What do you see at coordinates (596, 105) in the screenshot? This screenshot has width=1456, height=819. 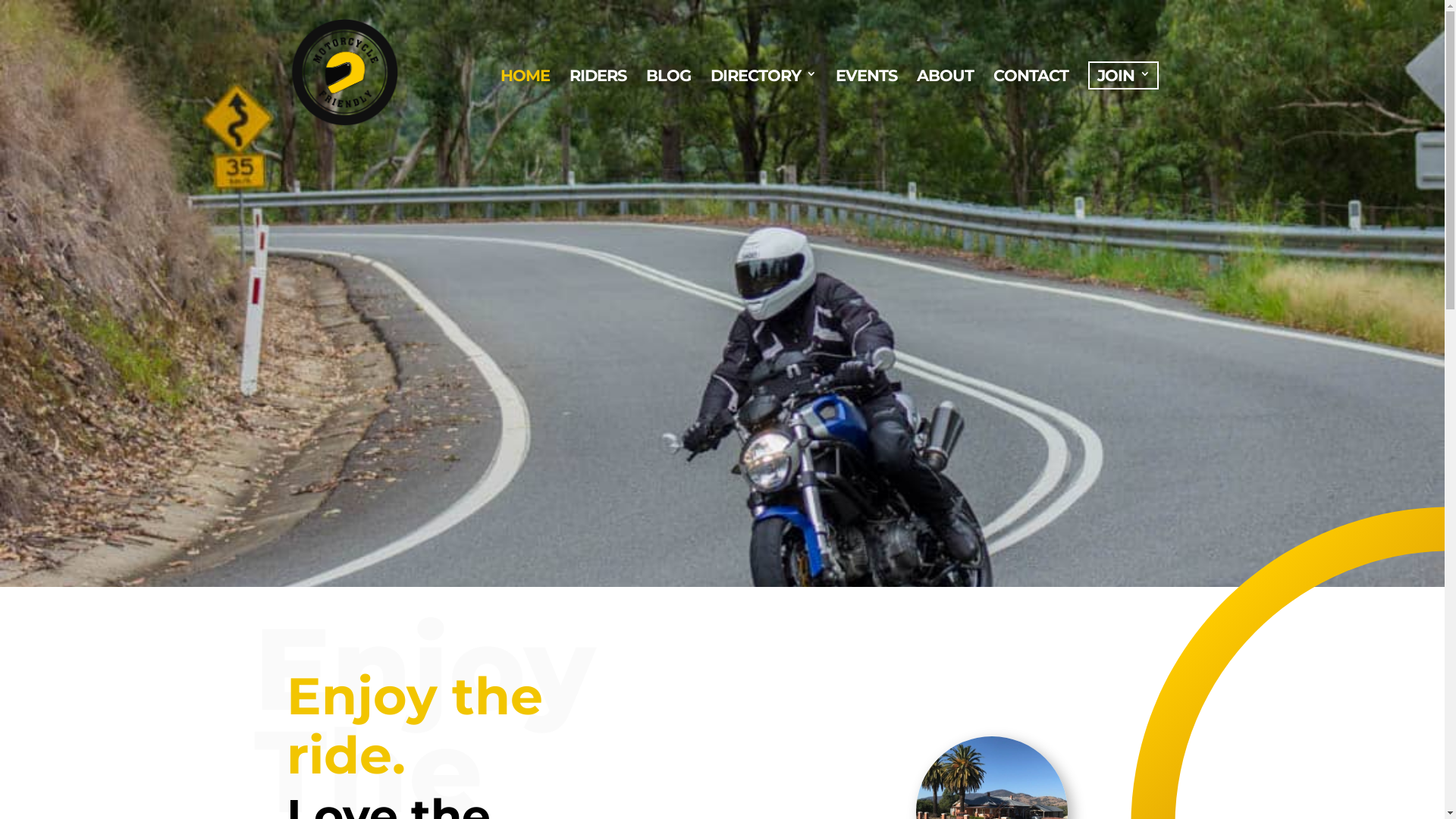 I see `'RIDERS'` at bounding box center [596, 105].